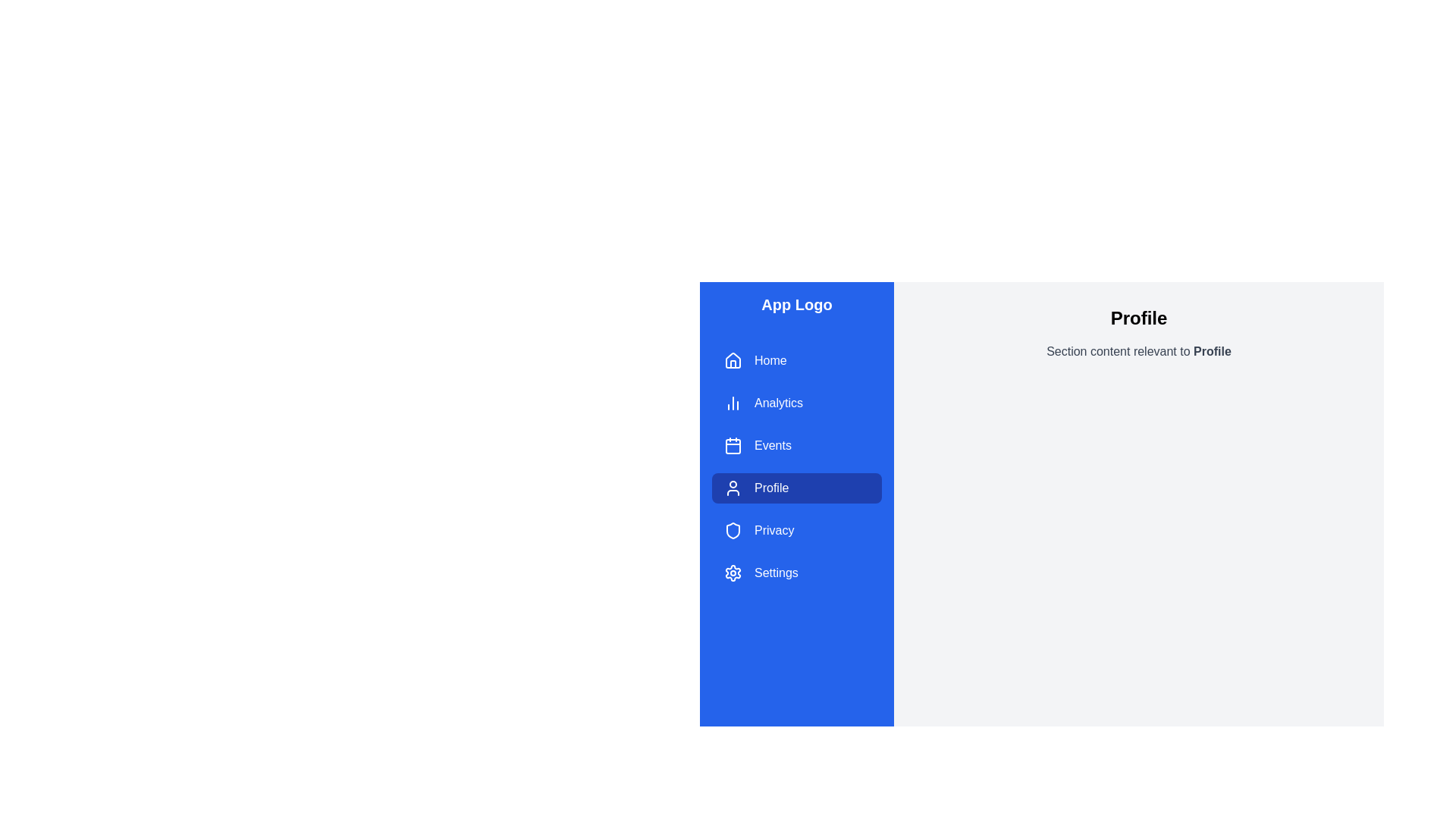 This screenshot has width=1456, height=819. What do you see at coordinates (733, 360) in the screenshot?
I see `the 'Home' icon in the sidebar navigation` at bounding box center [733, 360].